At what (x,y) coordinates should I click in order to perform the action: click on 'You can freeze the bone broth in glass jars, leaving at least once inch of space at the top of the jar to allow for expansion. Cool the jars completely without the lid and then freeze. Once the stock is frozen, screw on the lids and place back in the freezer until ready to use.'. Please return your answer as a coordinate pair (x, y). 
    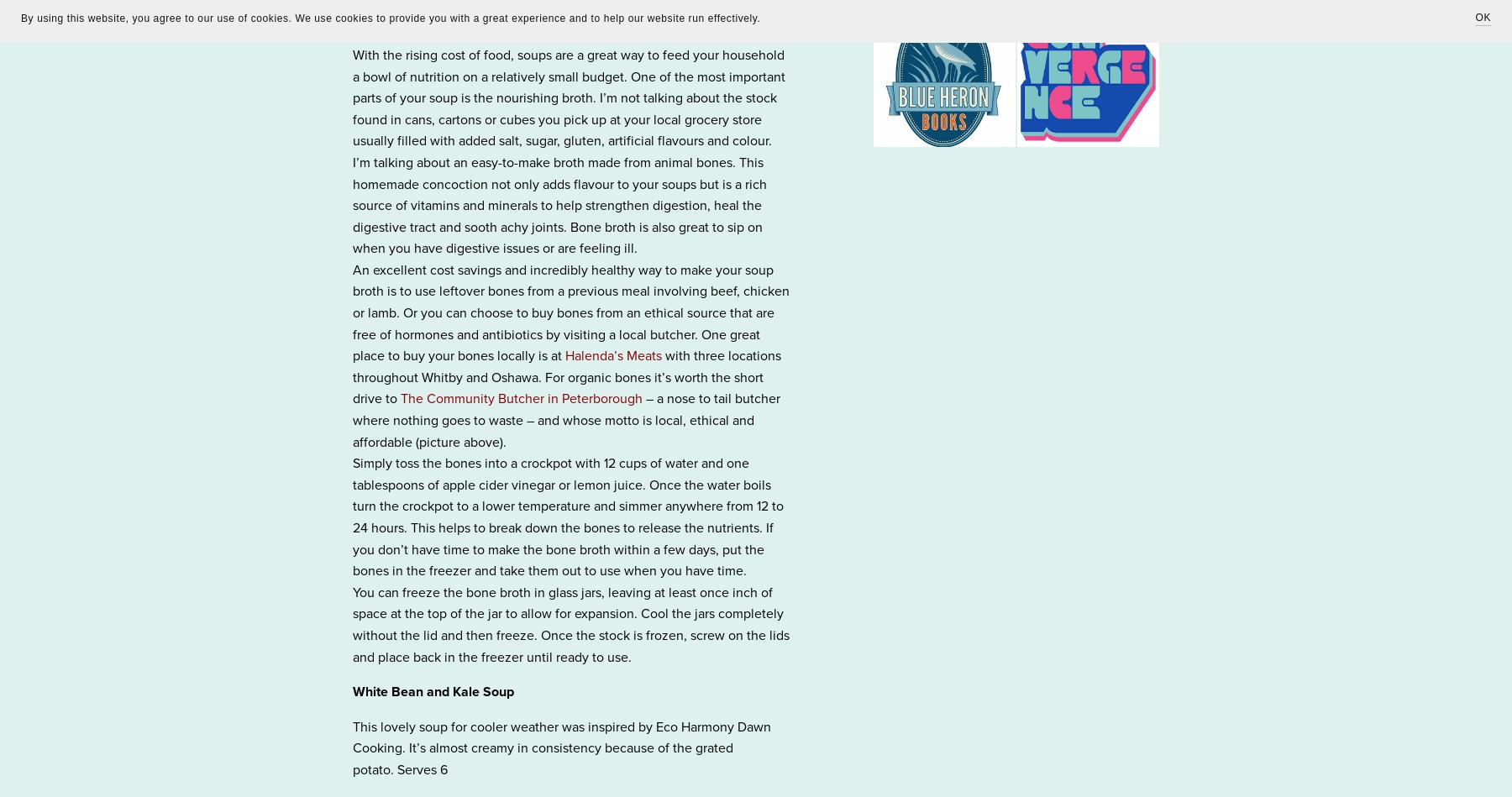
    Looking at the image, I should click on (570, 623).